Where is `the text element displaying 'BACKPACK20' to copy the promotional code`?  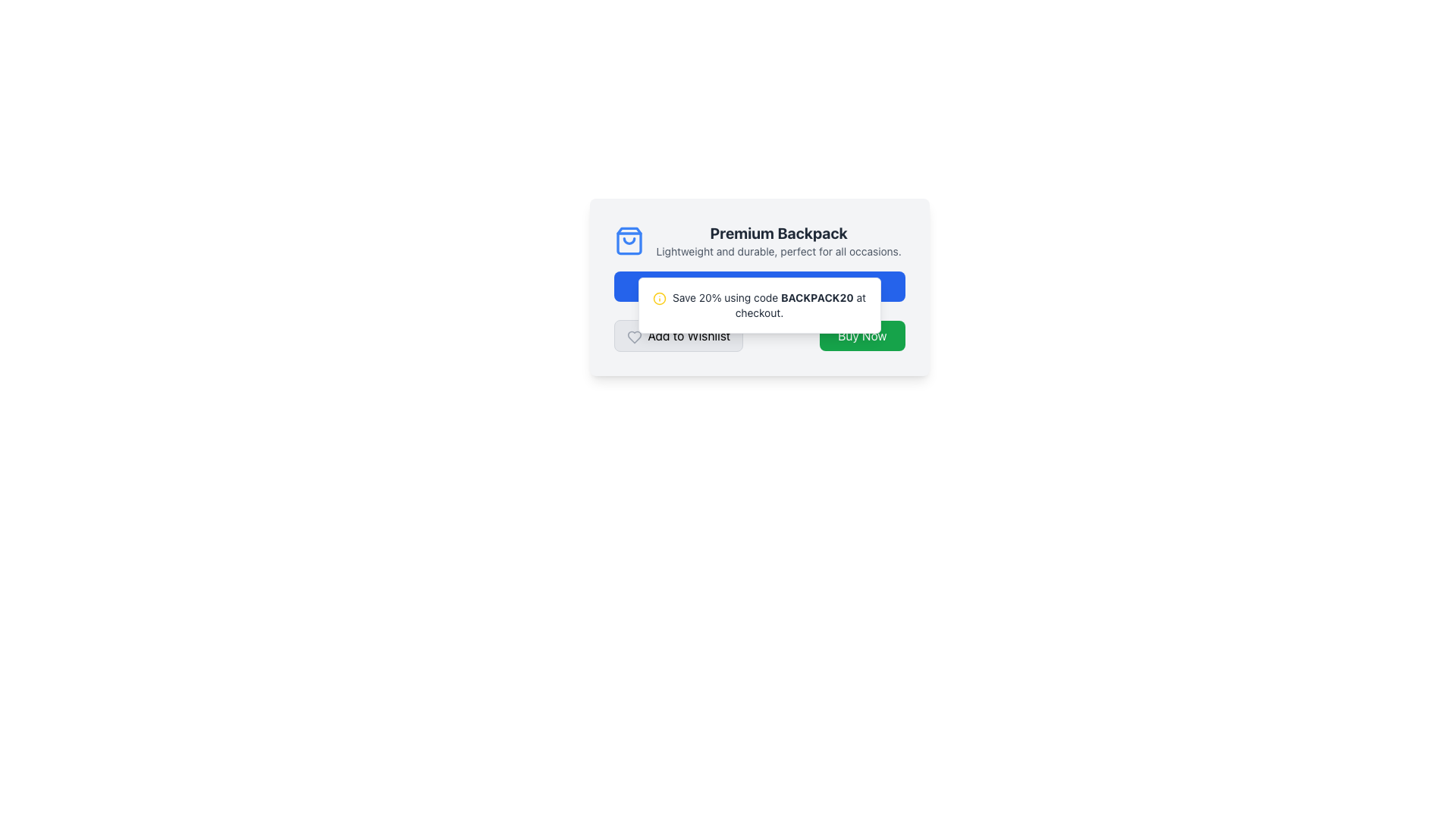 the text element displaying 'BACKPACK20' to copy the promotional code is located at coordinates (816, 297).